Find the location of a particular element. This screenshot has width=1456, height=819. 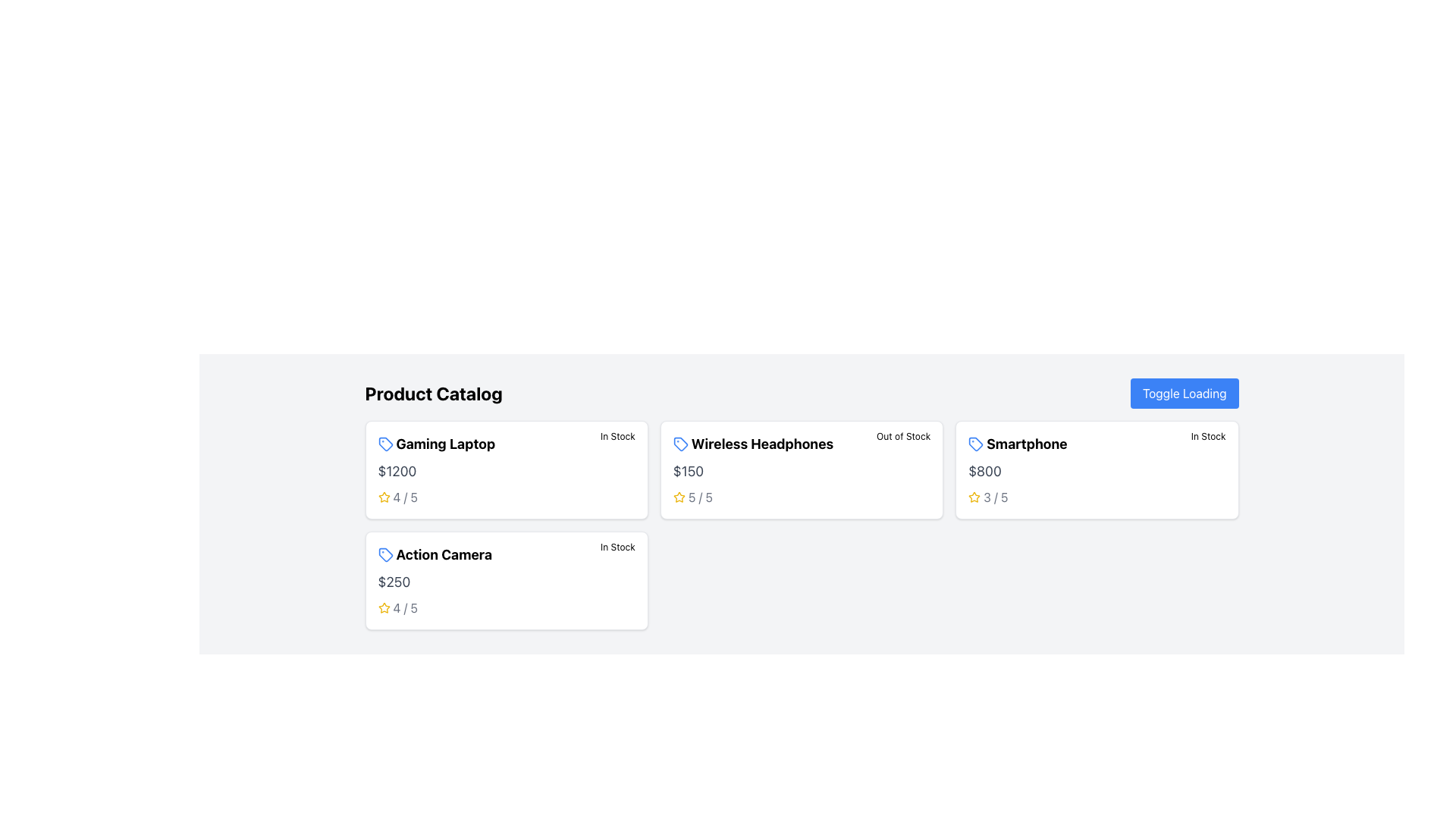

the Rating display showing '3 / 5' with a star icon, located at the bottom-right section of the Smartphone product card is located at coordinates (988, 497).